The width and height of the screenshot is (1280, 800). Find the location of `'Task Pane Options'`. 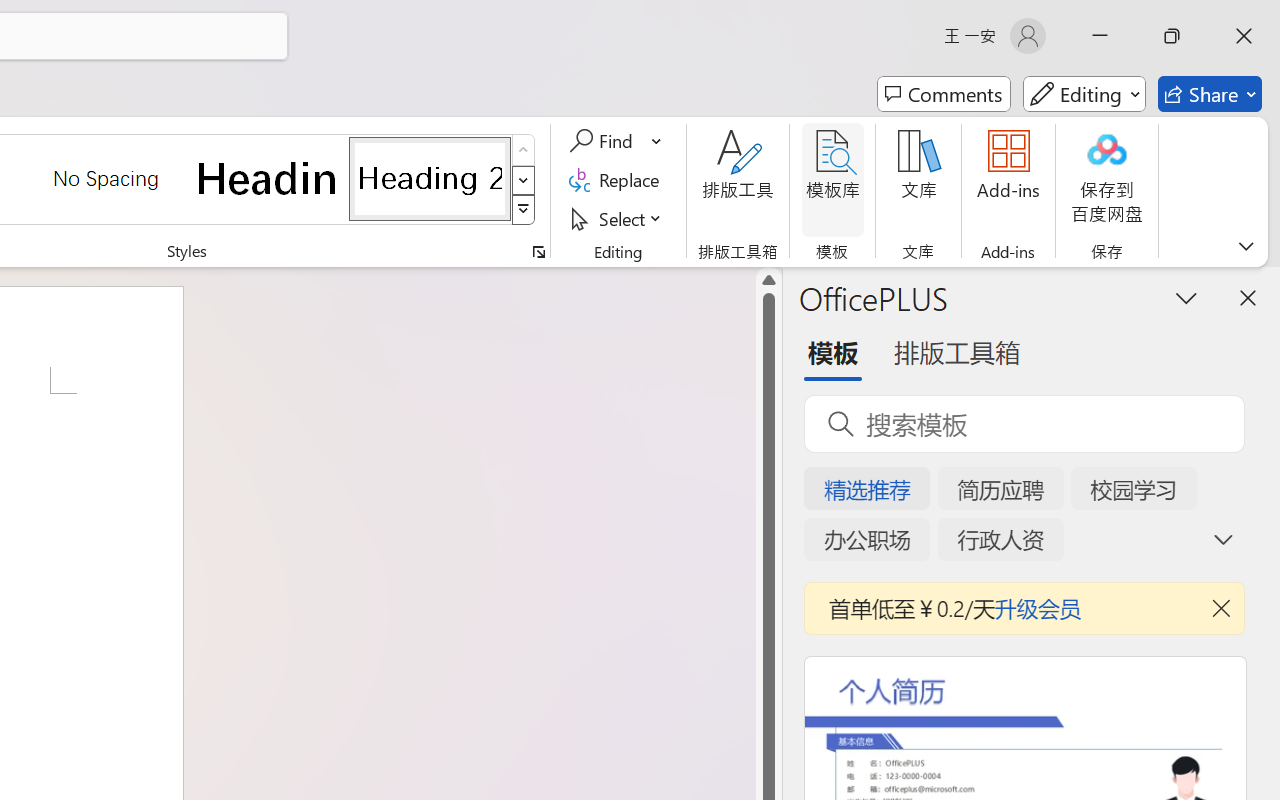

'Task Pane Options' is located at coordinates (1187, 297).